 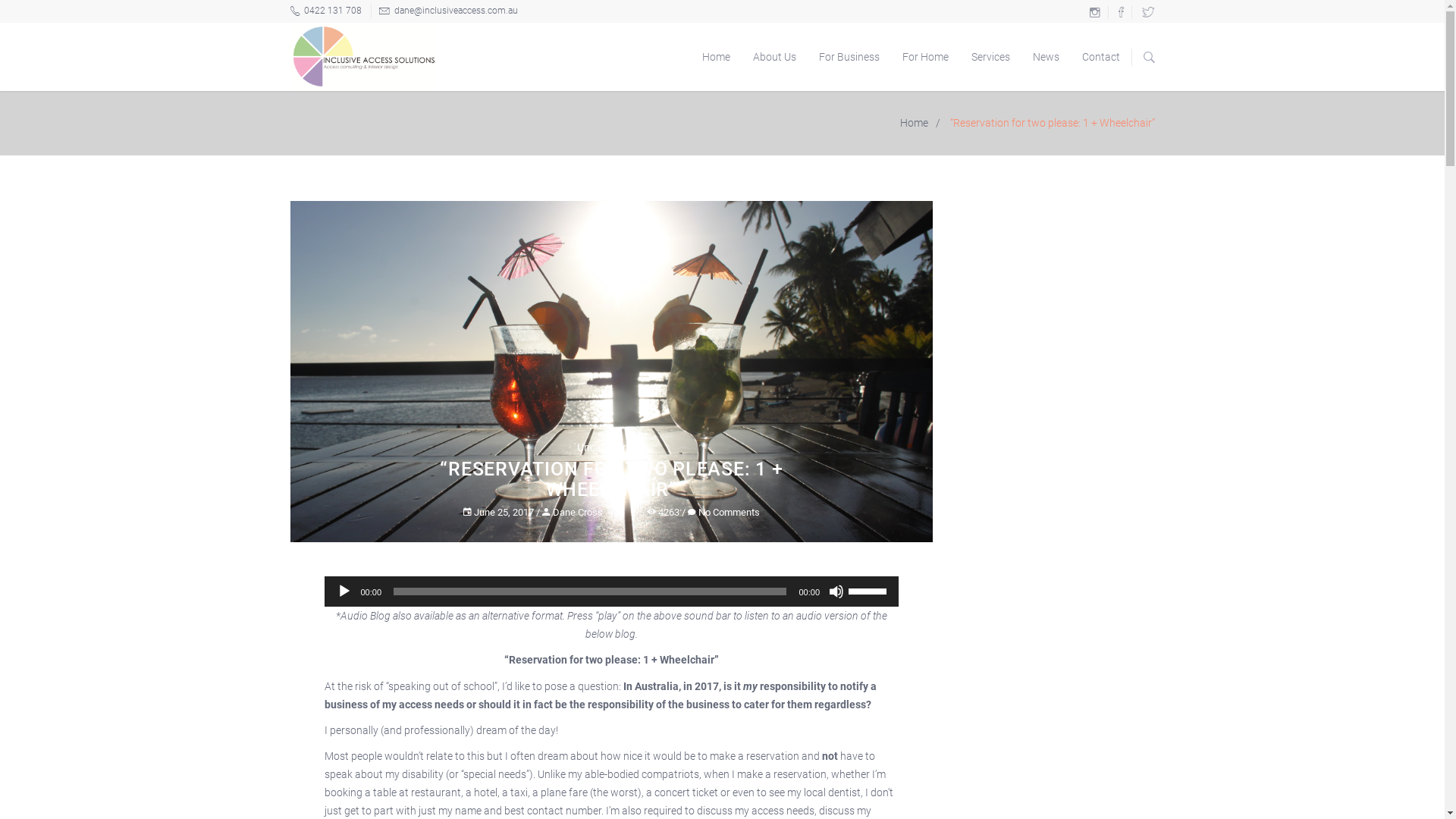 What do you see at coordinates (990, 55) in the screenshot?
I see `'Services'` at bounding box center [990, 55].